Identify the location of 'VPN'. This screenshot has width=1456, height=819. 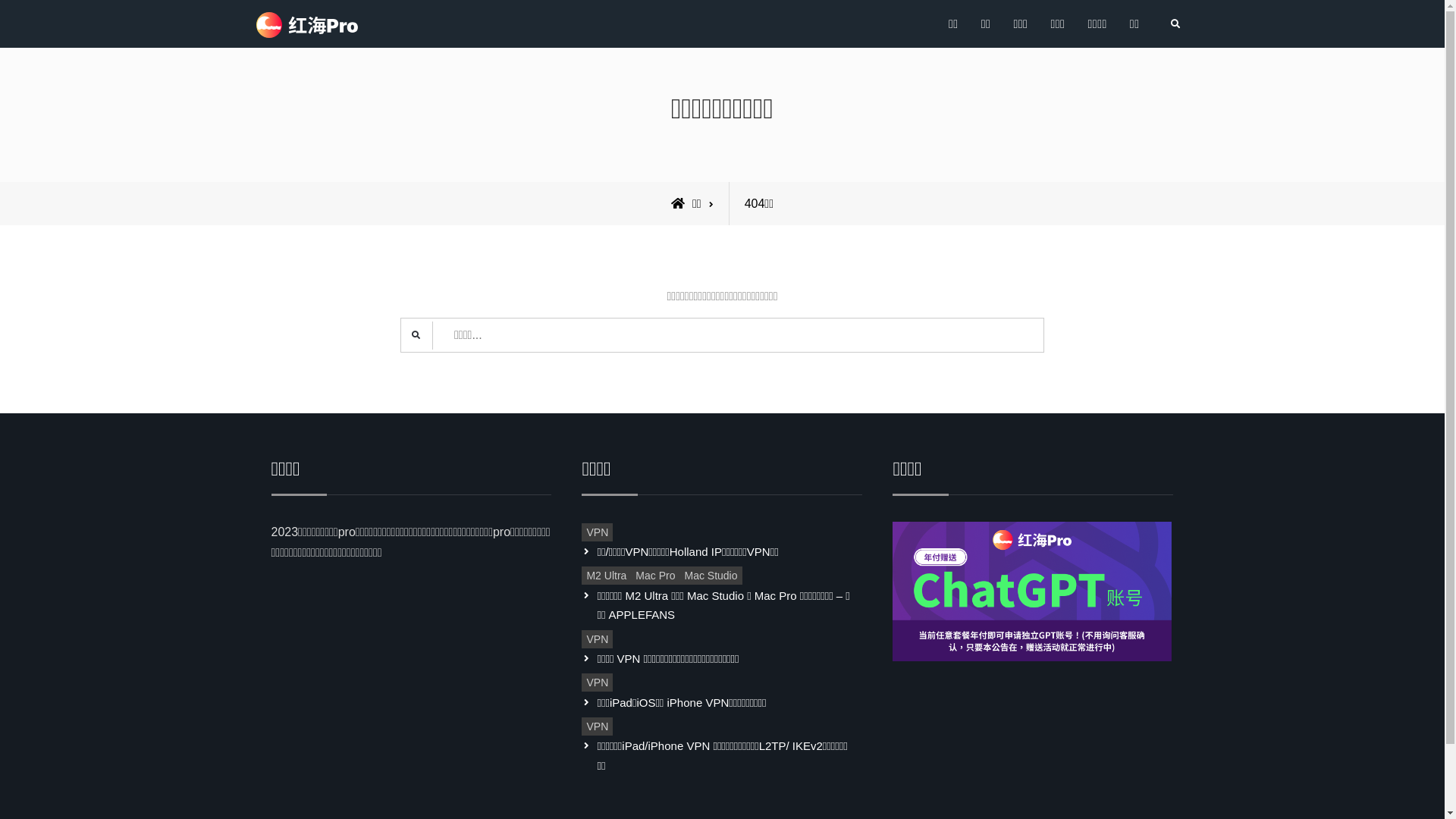
(596, 639).